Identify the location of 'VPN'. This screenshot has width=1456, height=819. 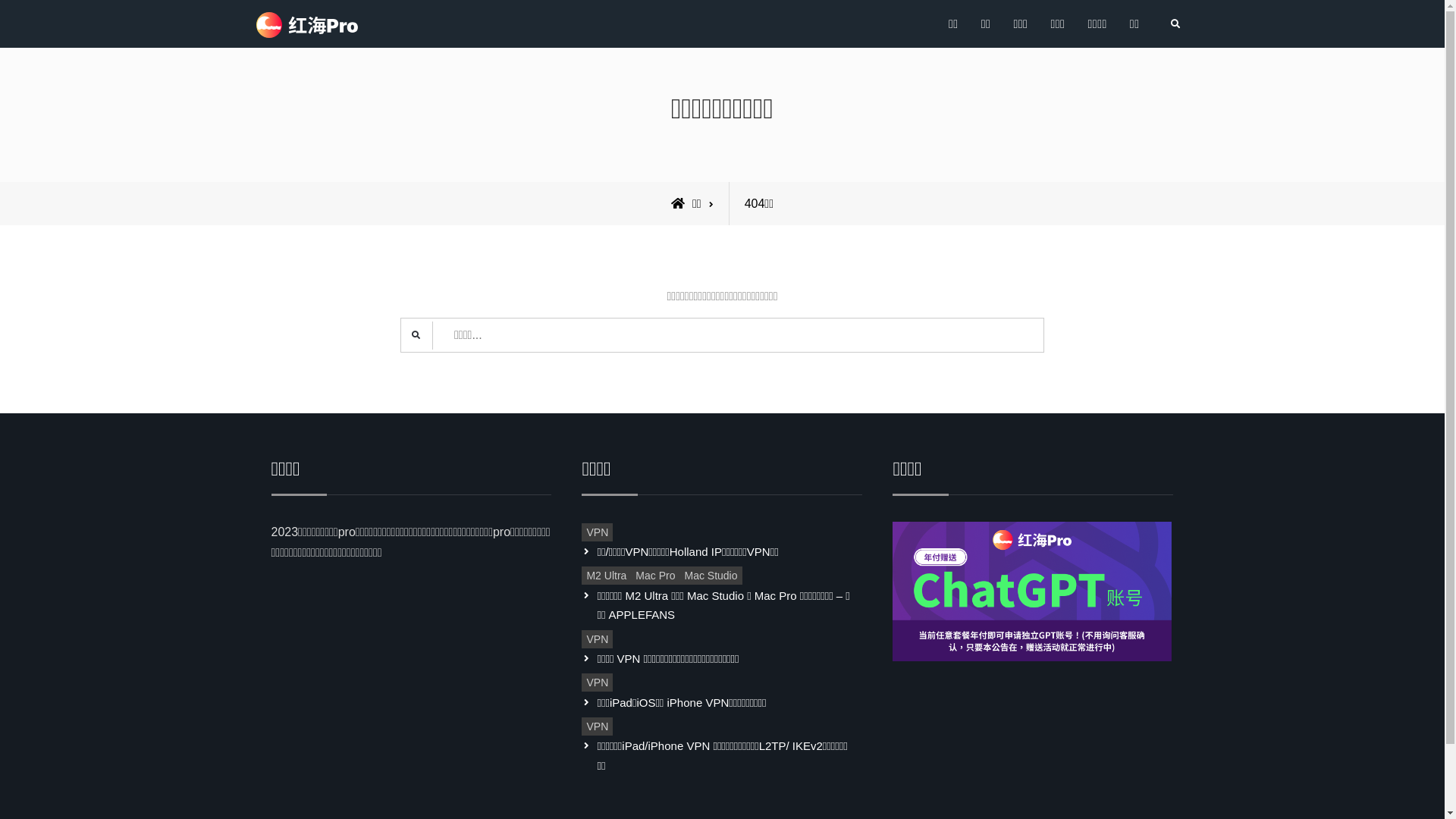
(596, 639).